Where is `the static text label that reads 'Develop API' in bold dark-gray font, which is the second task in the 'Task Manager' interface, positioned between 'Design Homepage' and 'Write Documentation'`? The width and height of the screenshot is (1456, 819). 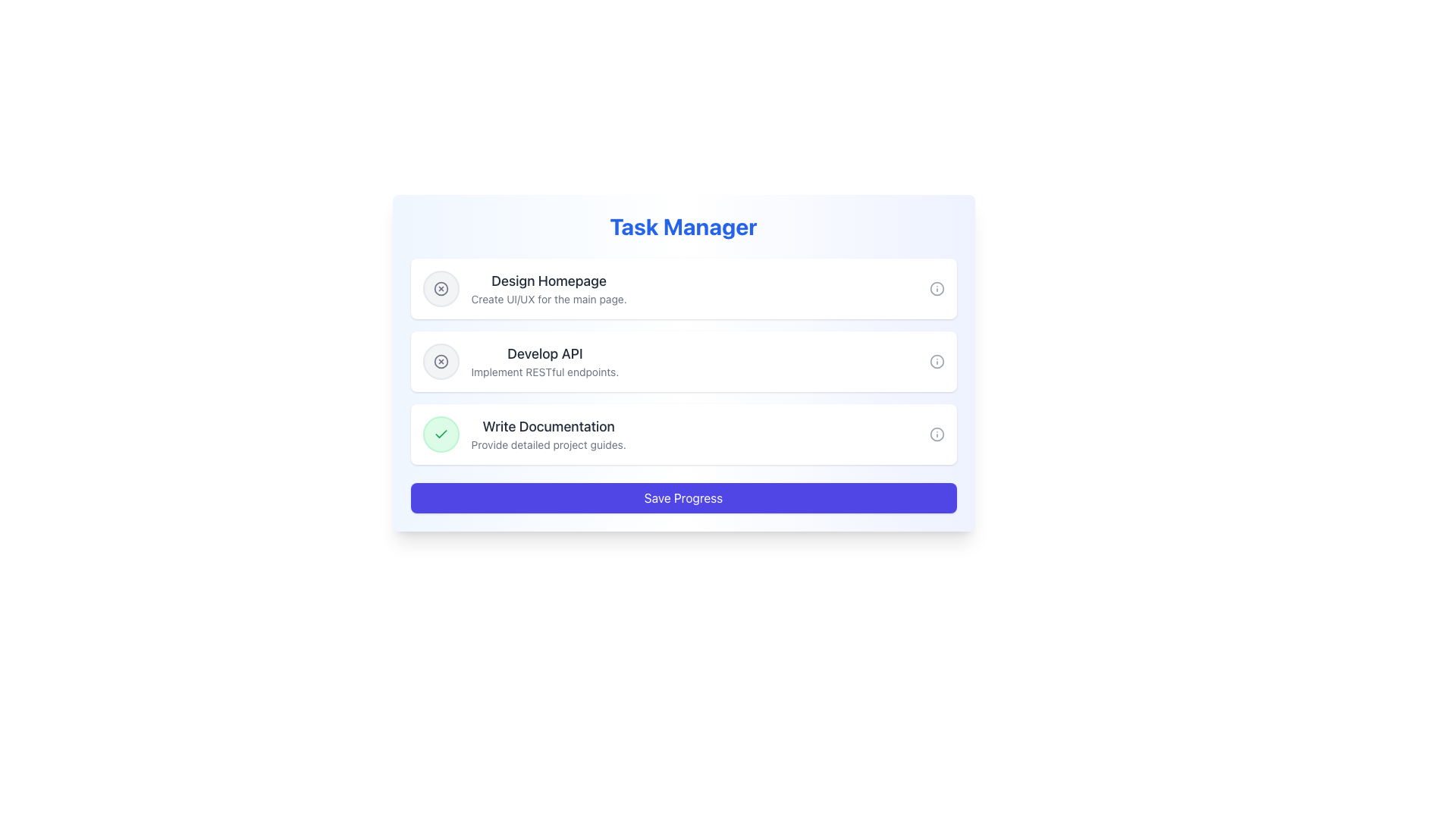
the static text label that reads 'Develop API' in bold dark-gray font, which is the second task in the 'Task Manager' interface, positioned between 'Design Homepage' and 'Write Documentation' is located at coordinates (544, 362).